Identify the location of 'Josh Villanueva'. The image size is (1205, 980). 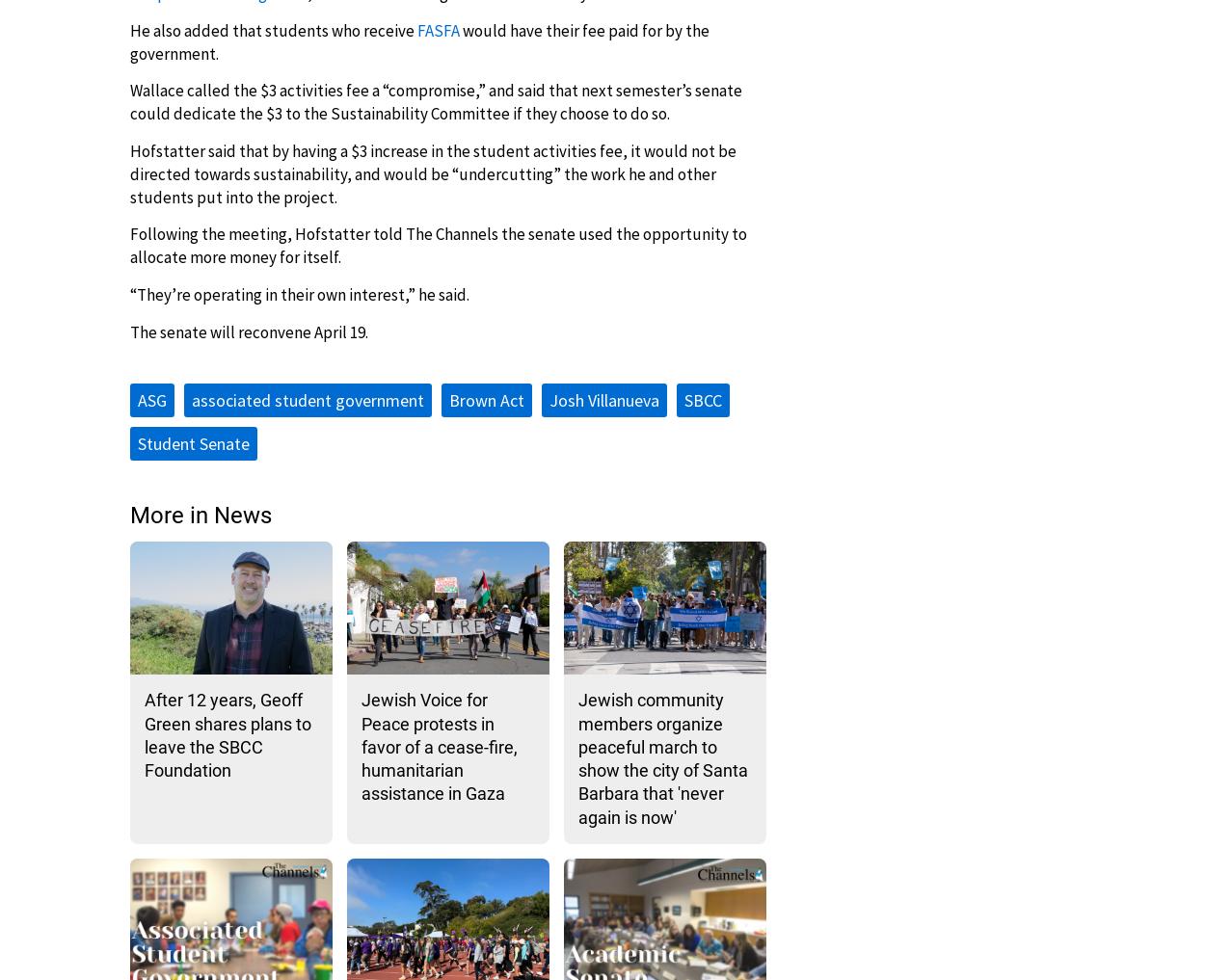
(604, 399).